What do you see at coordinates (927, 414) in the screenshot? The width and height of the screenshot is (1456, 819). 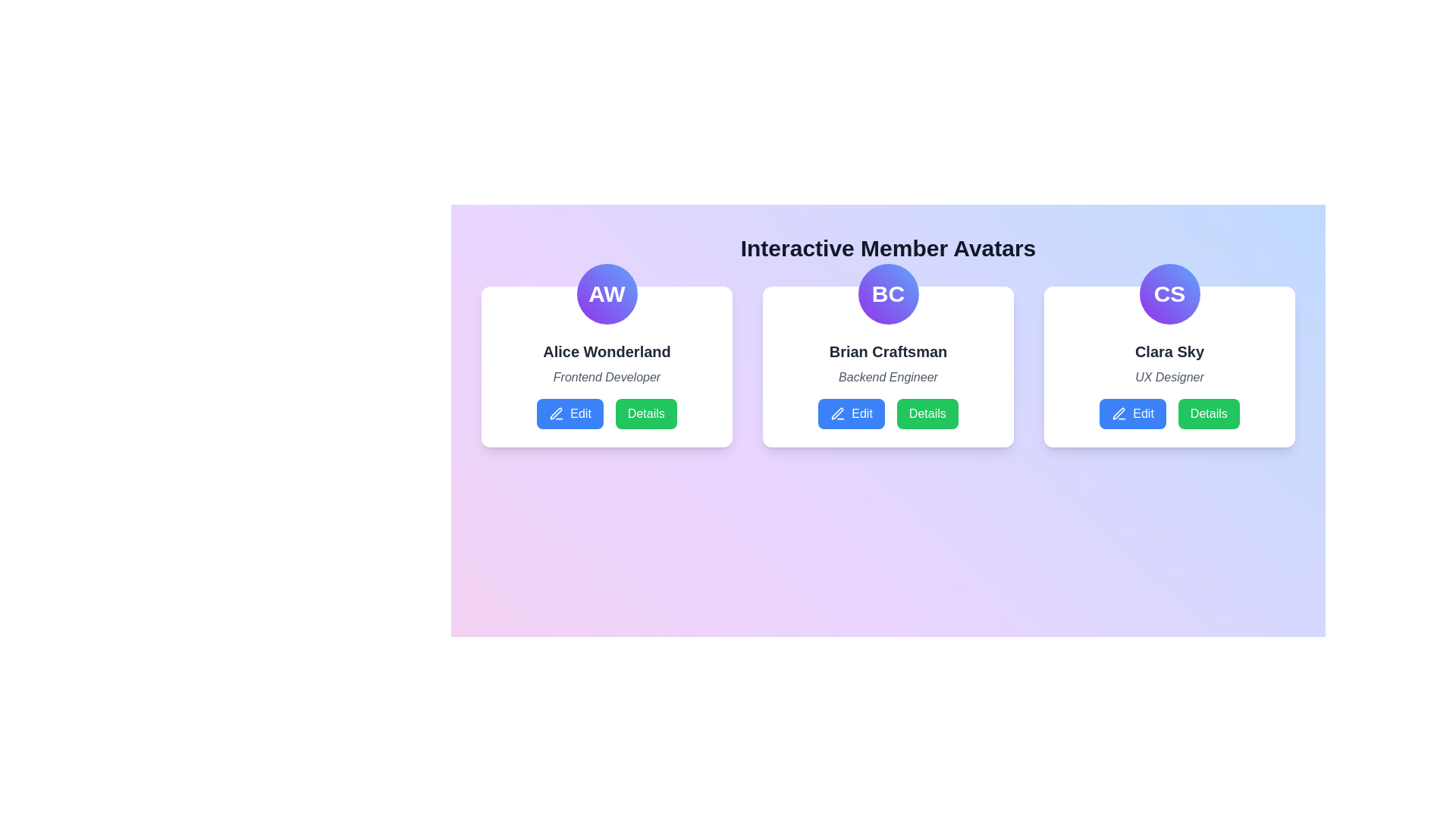 I see `the 'Details' button, which is the second button in the profile card, to observe hover effects` at bounding box center [927, 414].